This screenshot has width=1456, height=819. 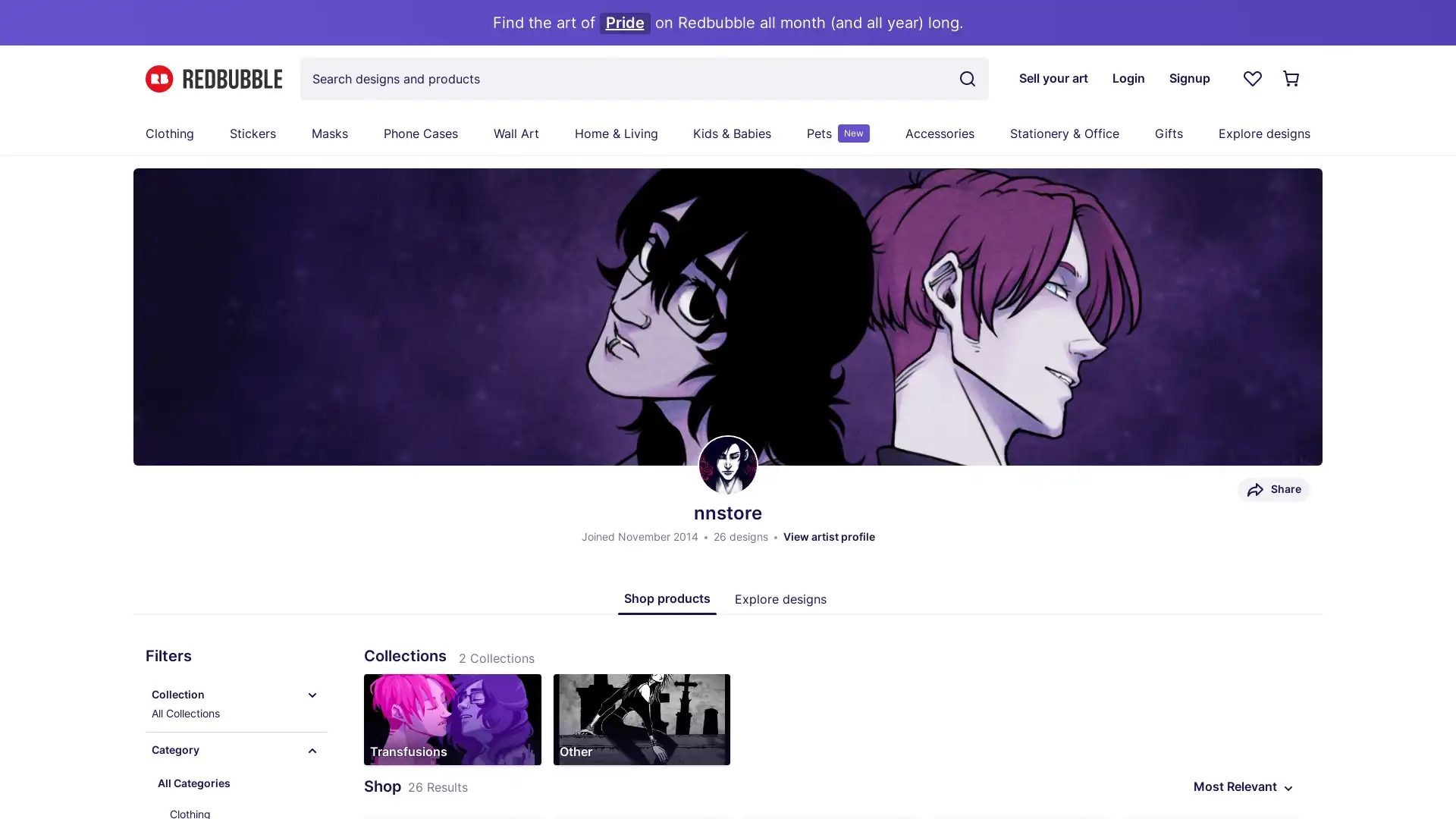 What do you see at coordinates (1274, 489) in the screenshot?
I see `Share` at bounding box center [1274, 489].